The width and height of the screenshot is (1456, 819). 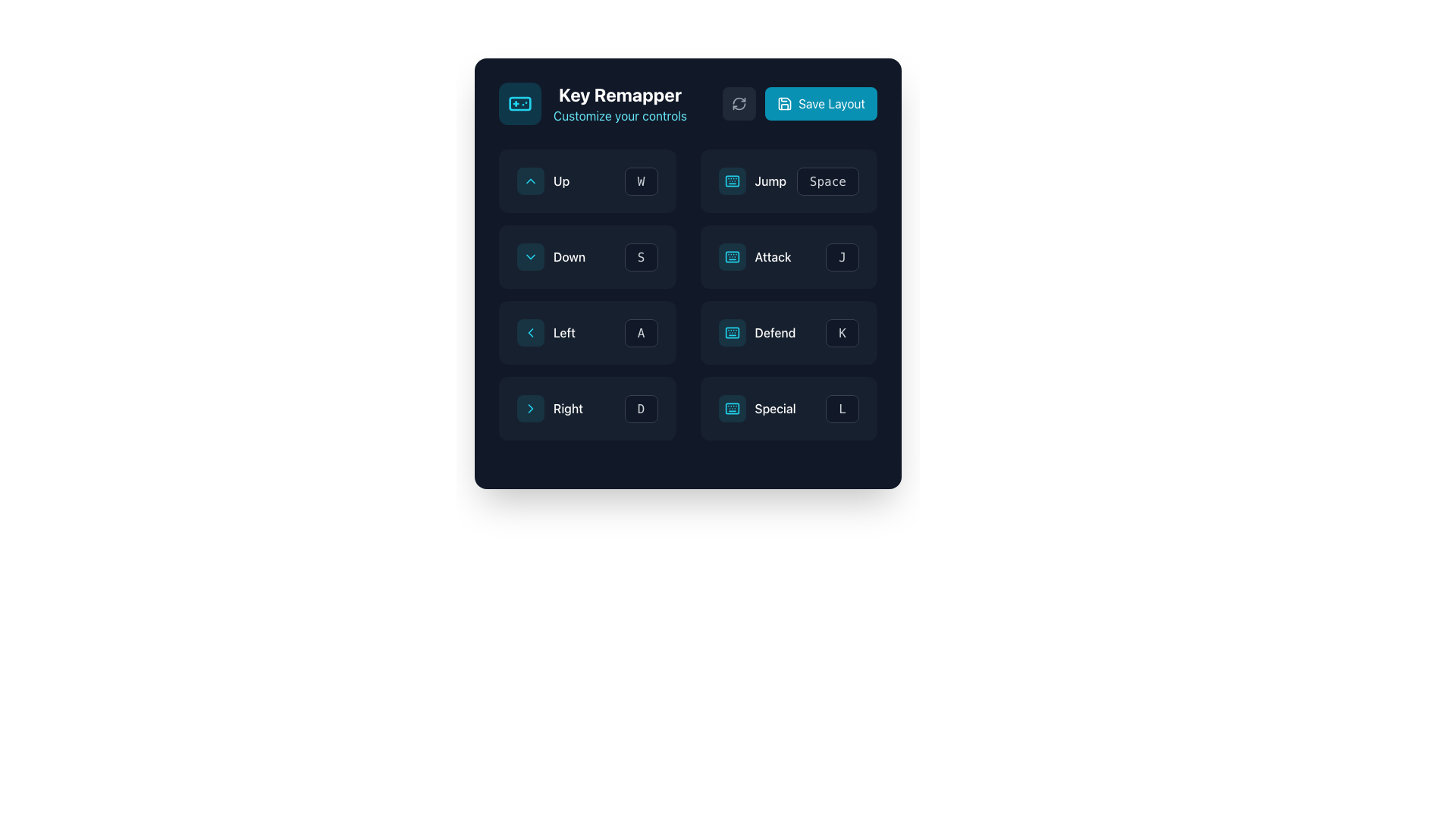 I want to click on the key binding configuration button for the 'Special' action located in the bottom row of the key remapping grid, rightmost position adjacent to the 'Right' button, so click(x=789, y=408).